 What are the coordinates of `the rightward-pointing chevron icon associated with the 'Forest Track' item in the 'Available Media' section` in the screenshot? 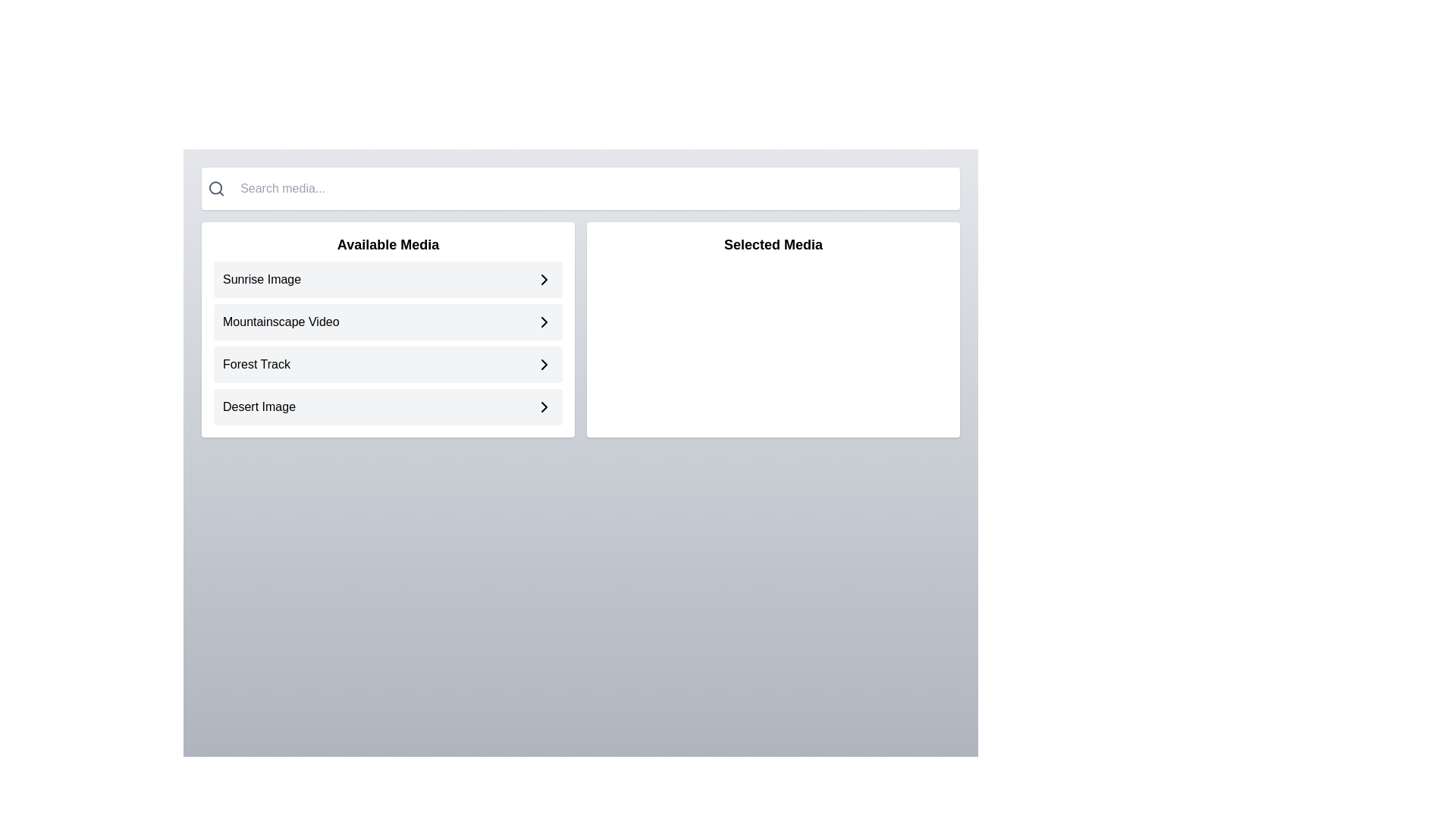 It's located at (544, 365).